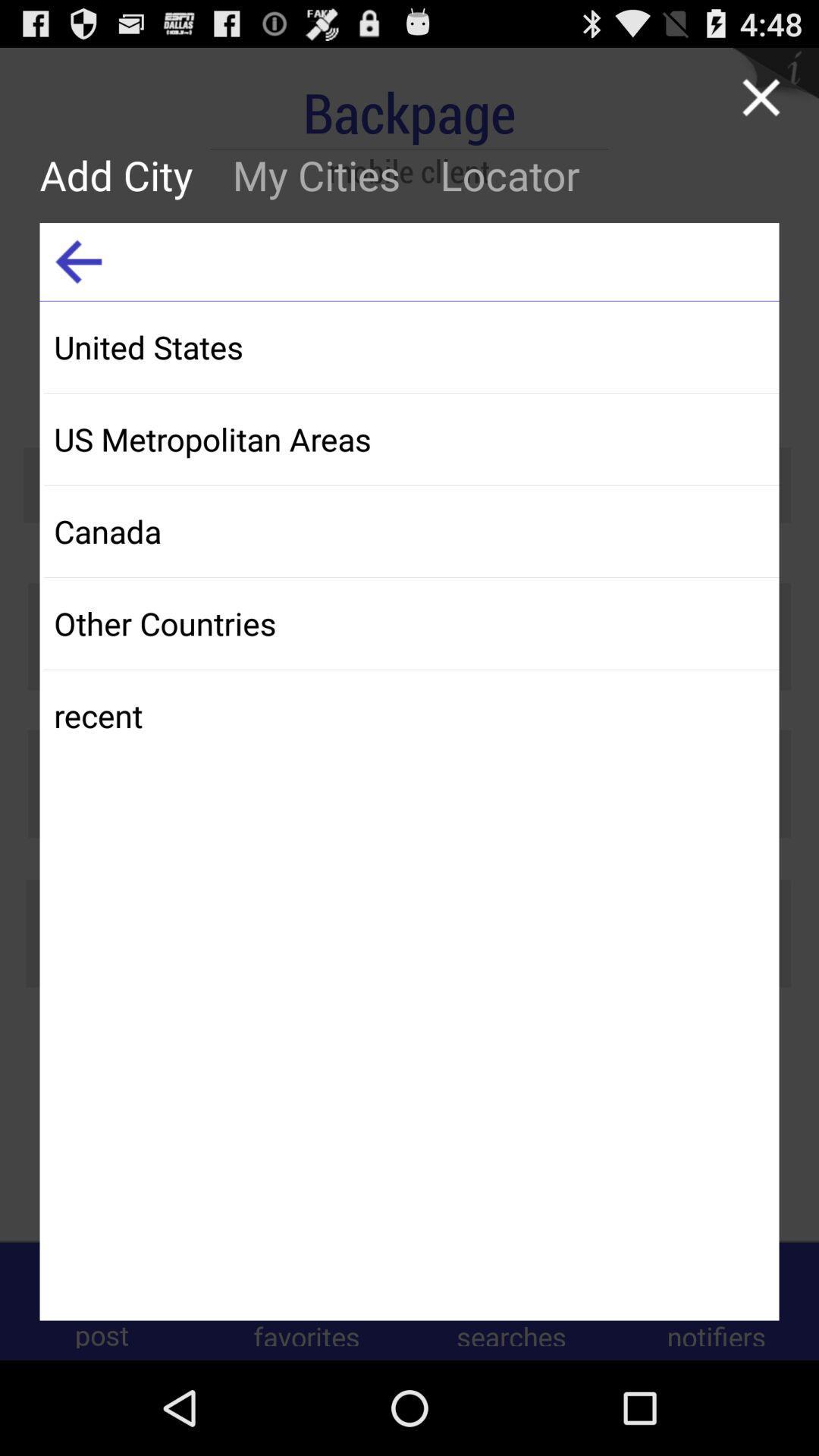  What do you see at coordinates (411, 531) in the screenshot?
I see `the canada icon` at bounding box center [411, 531].